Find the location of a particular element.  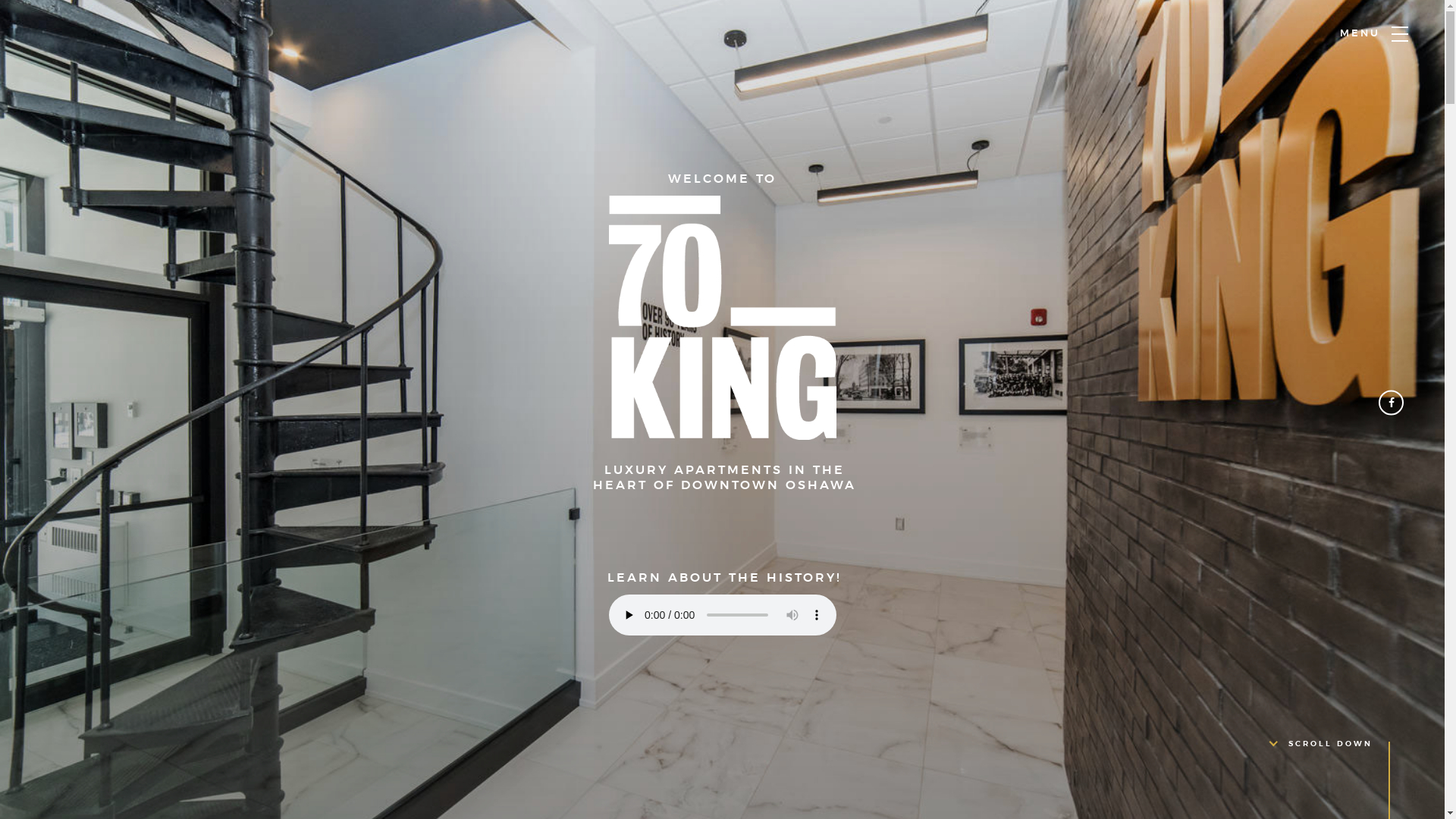

'SCROLL DOWN' is located at coordinates (1320, 742).